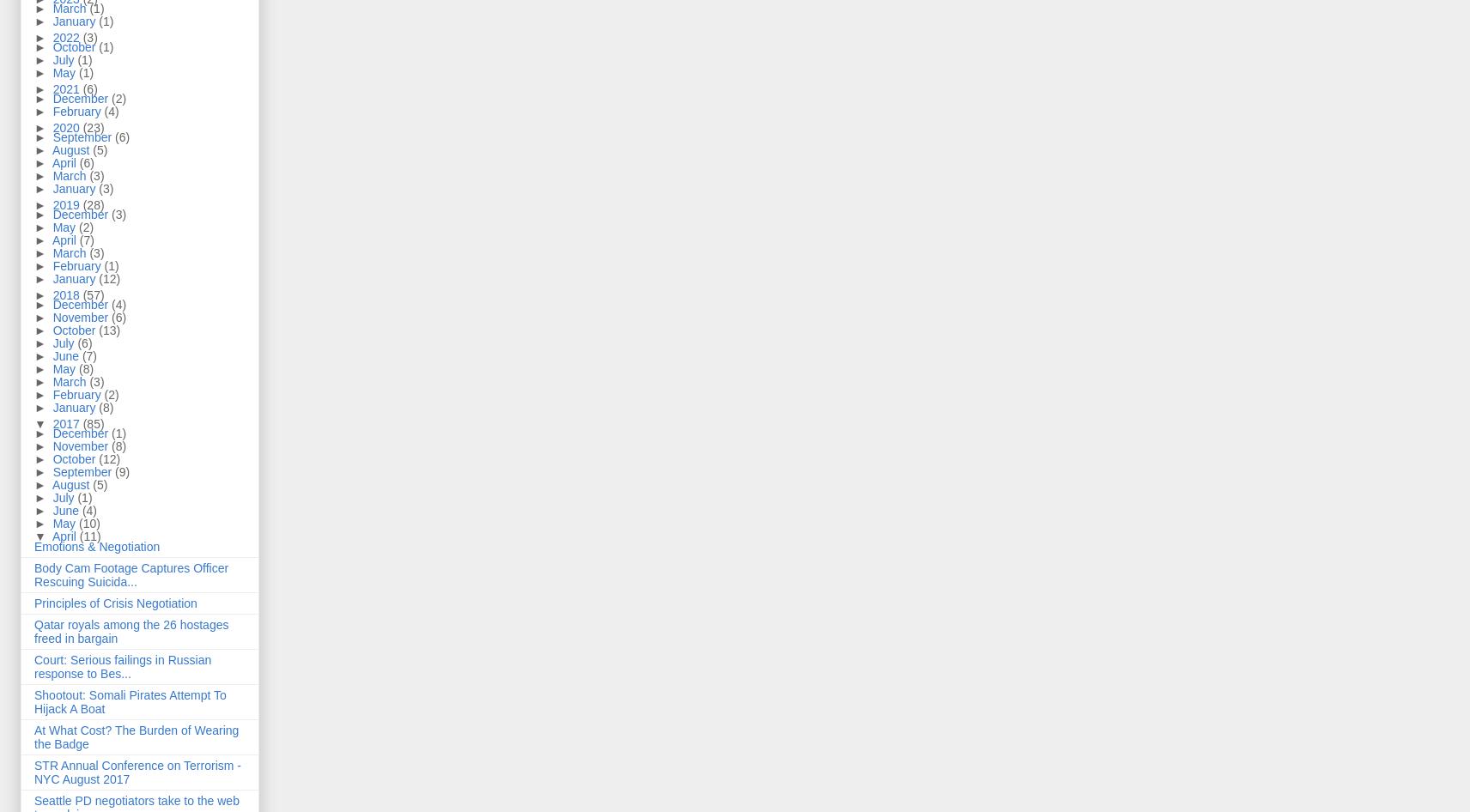  Describe the element at coordinates (131, 630) in the screenshot. I see `'Qatar royals among the 26 hostages freed in bargain'` at that location.